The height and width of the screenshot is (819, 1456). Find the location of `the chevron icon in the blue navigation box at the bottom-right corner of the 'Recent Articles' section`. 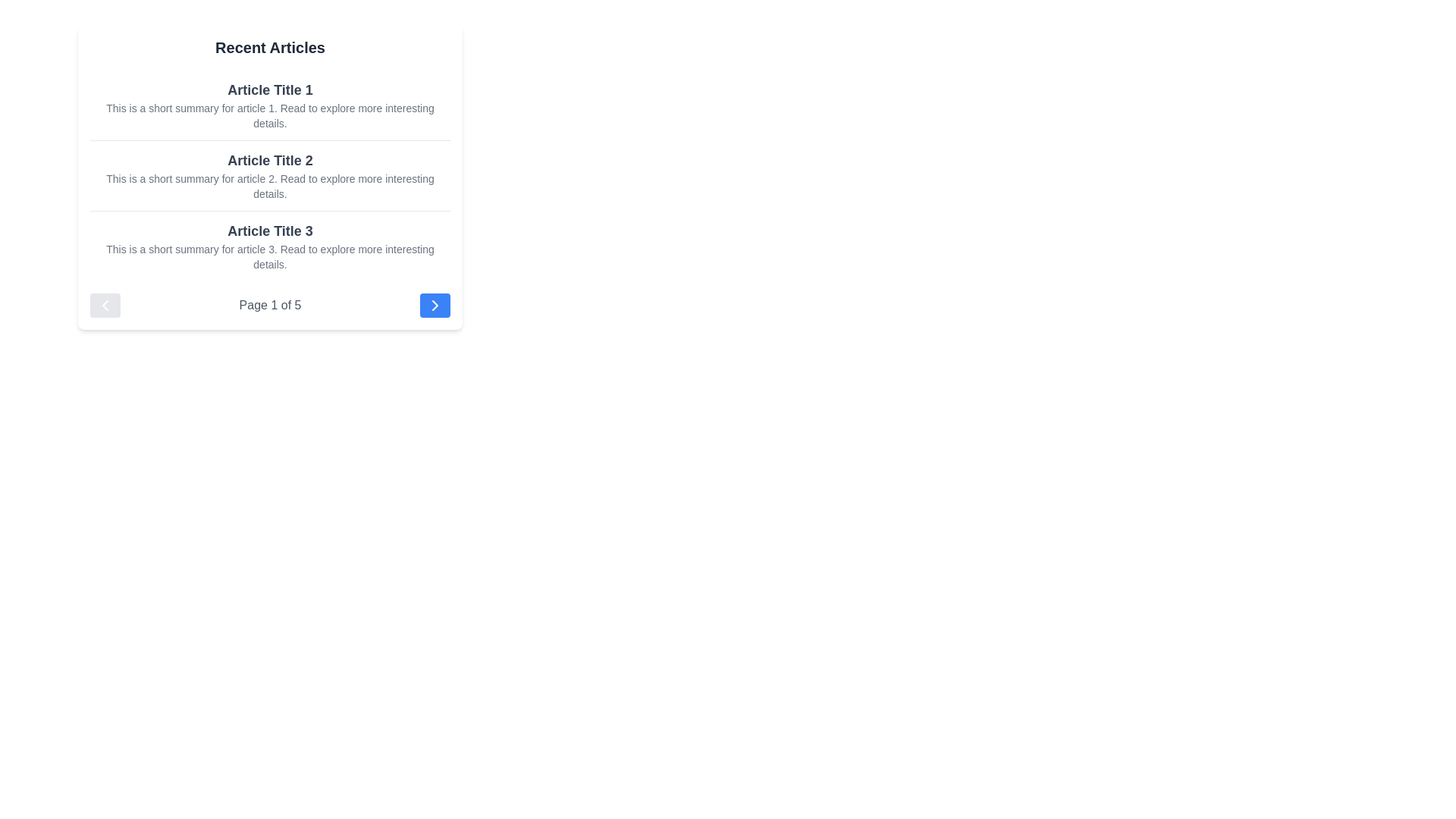

the chevron icon in the blue navigation box at the bottom-right corner of the 'Recent Articles' section is located at coordinates (434, 305).